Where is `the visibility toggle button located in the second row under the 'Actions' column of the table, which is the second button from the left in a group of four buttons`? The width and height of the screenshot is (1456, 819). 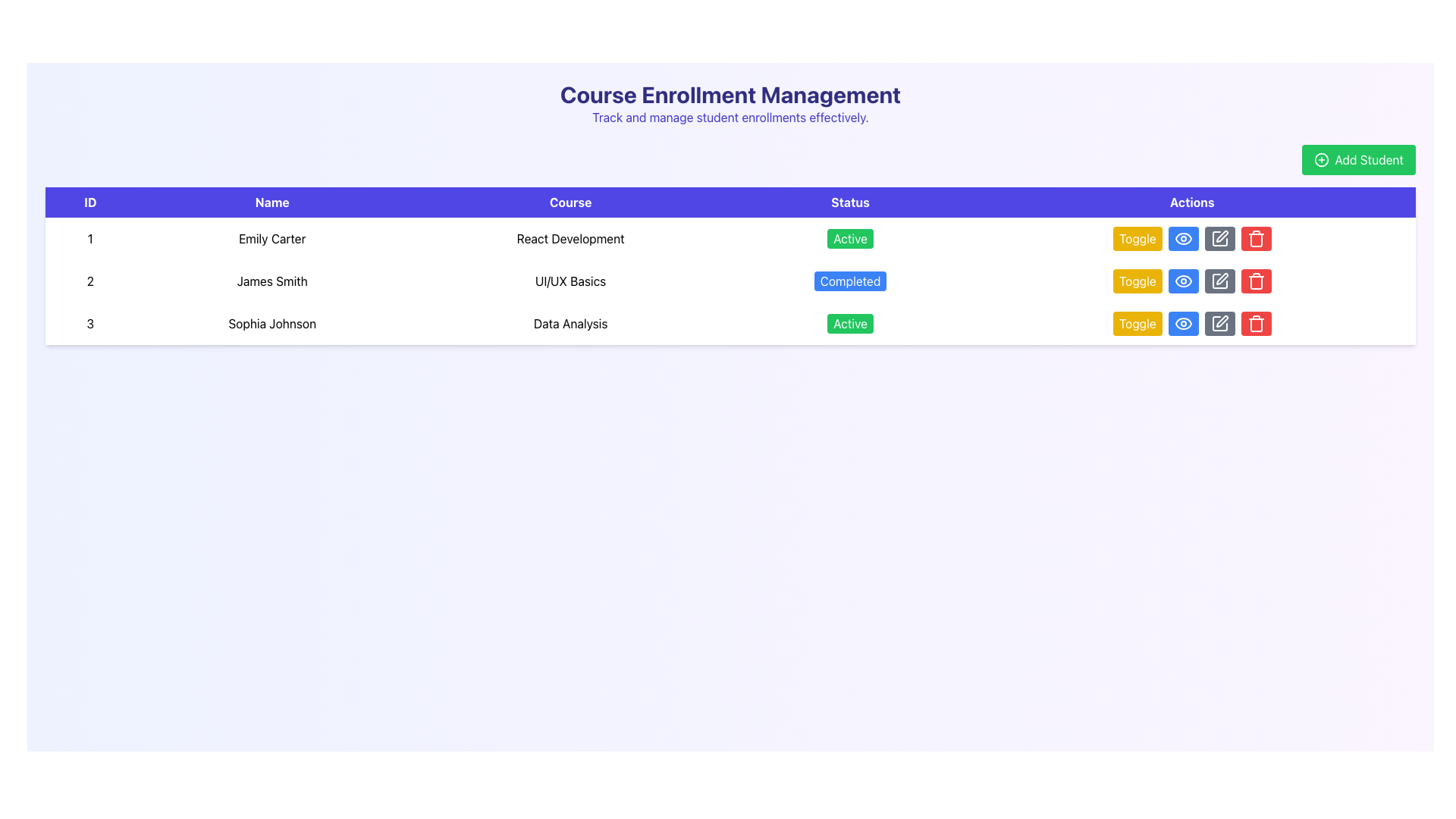
the visibility toggle button located in the second row under the 'Actions' column of the table, which is the second button from the left in a group of four buttons is located at coordinates (1191, 281).